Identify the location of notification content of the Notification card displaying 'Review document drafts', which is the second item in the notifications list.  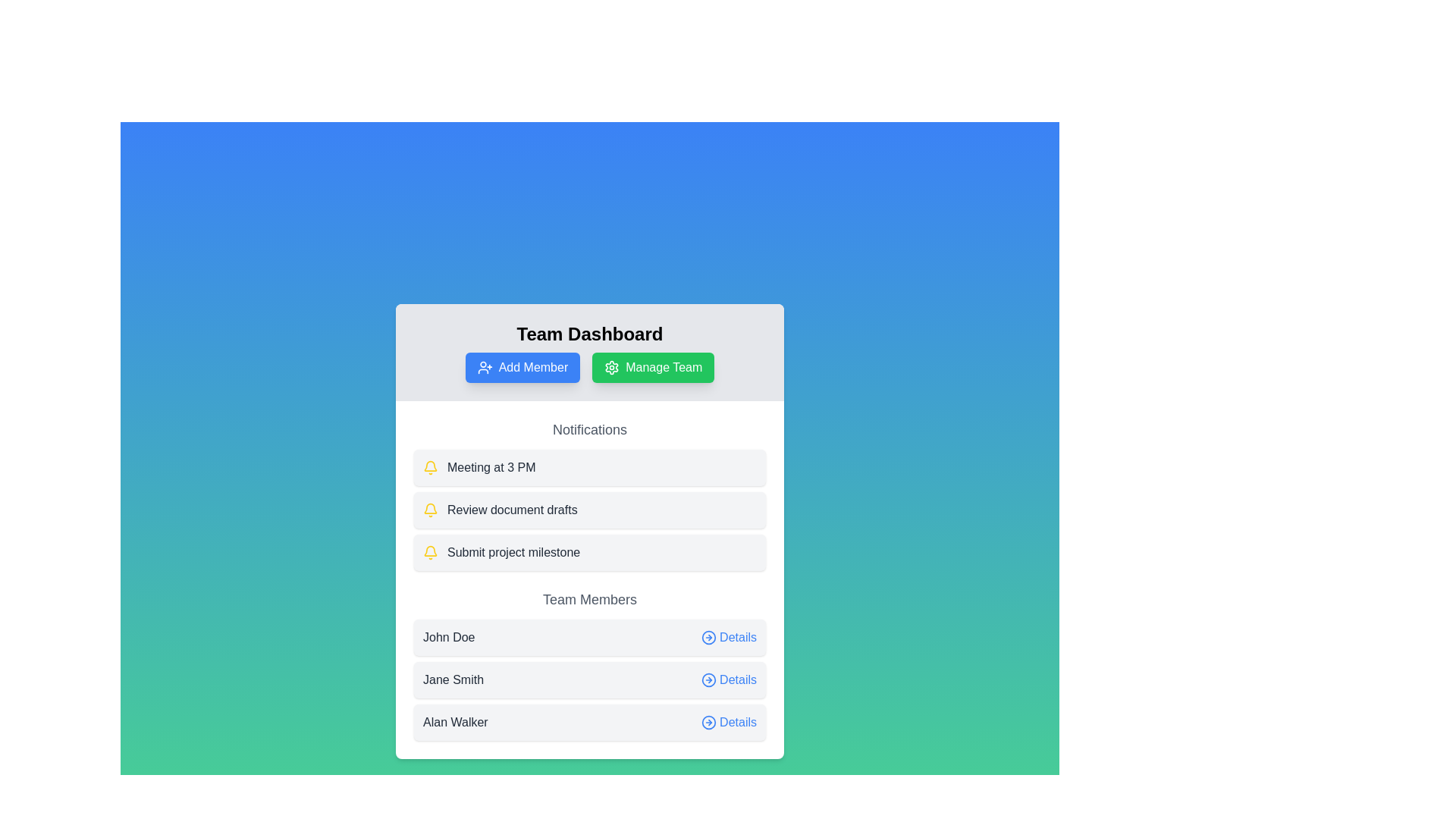
(588, 510).